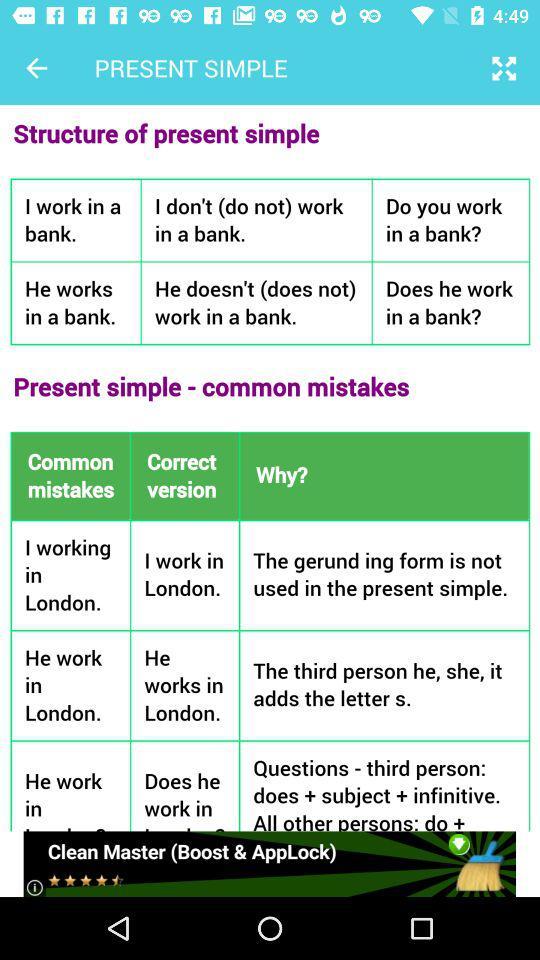 This screenshot has height=960, width=540. I want to click on go back, so click(36, 68).